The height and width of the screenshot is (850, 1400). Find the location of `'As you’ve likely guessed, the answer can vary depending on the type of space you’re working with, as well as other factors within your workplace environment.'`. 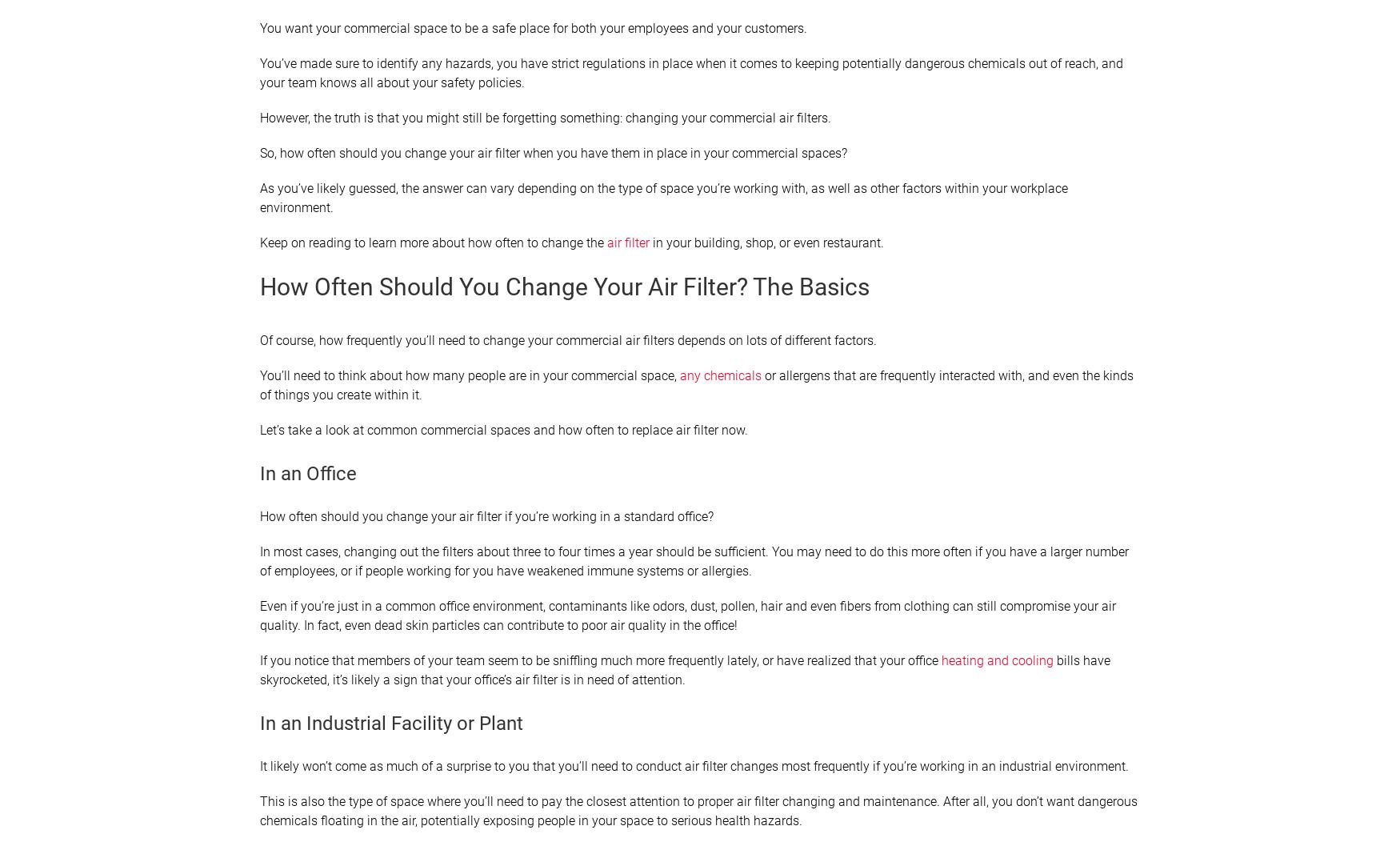

'As you’ve likely guessed, the answer can vary depending on the type of space you’re working with, as well as other factors within your workplace environment.' is located at coordinates (664, 198).